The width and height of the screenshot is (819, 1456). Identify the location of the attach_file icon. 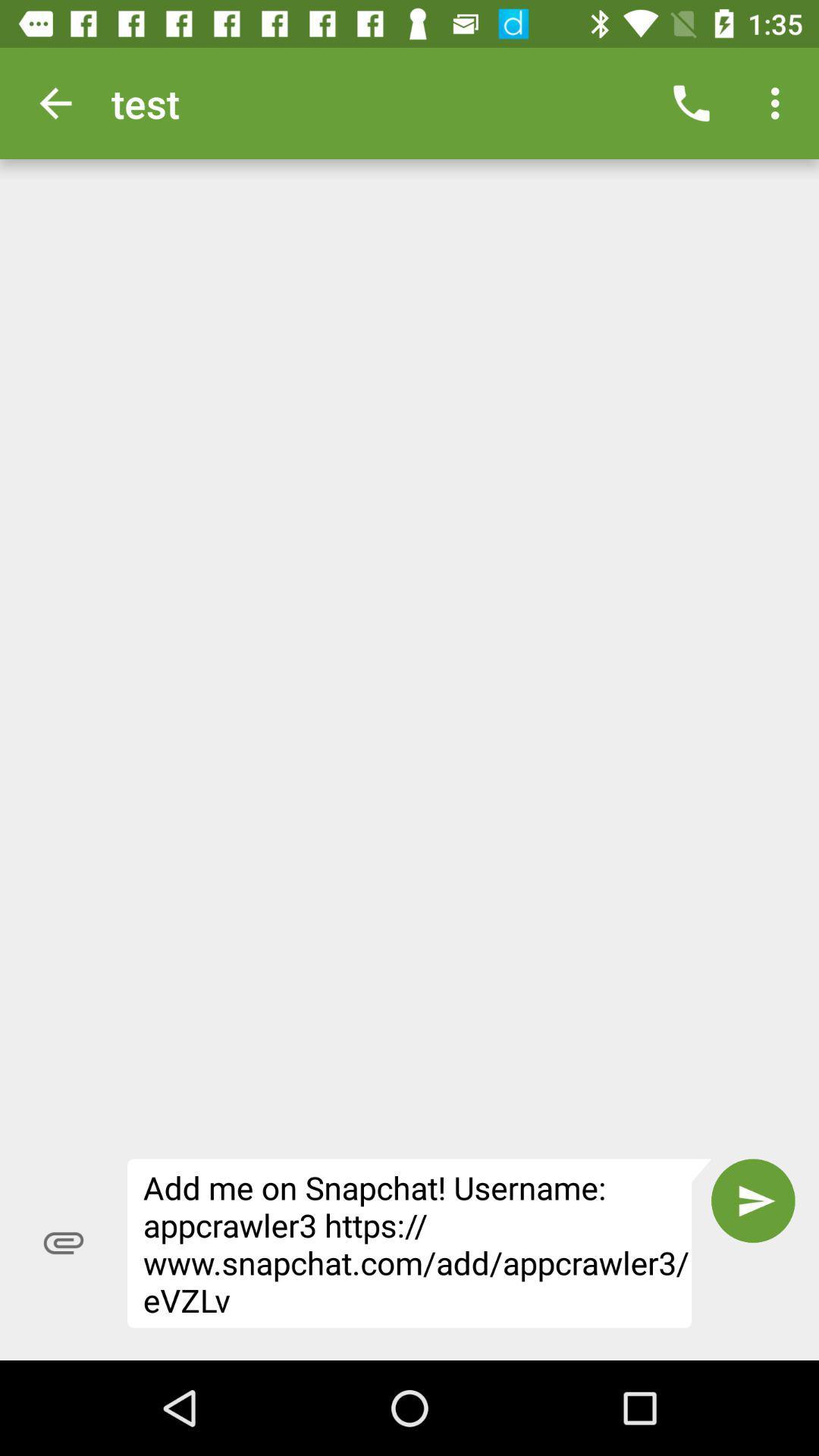
(63, 1243).